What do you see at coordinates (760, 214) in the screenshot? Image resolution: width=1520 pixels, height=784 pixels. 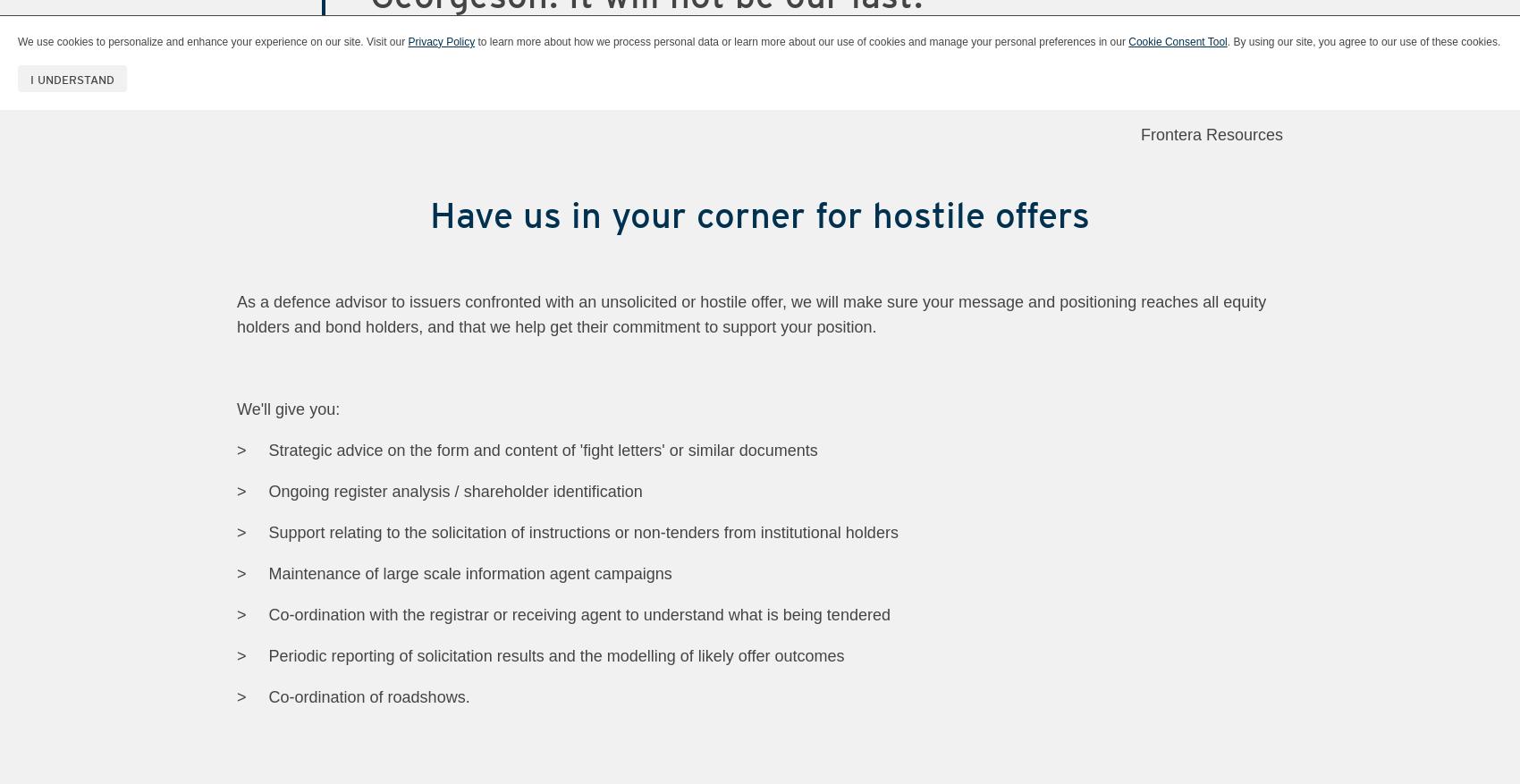 I see `'Have us in your corner for hostile offers'` at bounding box center [760, 214].